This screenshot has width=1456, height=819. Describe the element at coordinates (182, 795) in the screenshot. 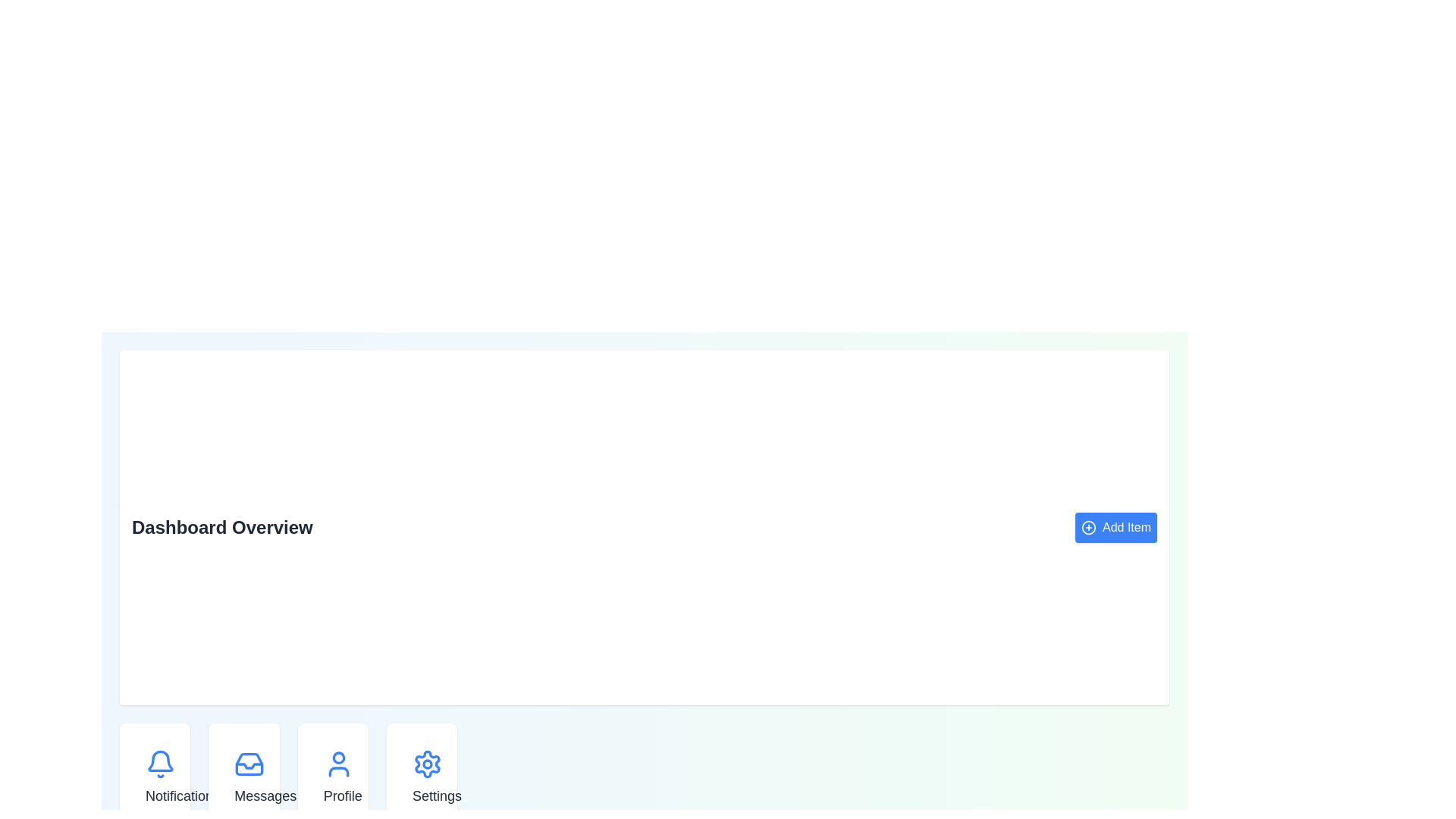

I see `the non-interactive text label that indicates the purpose of the notifications section, located below the bell icon in the horizontal navigation menu` at that location.